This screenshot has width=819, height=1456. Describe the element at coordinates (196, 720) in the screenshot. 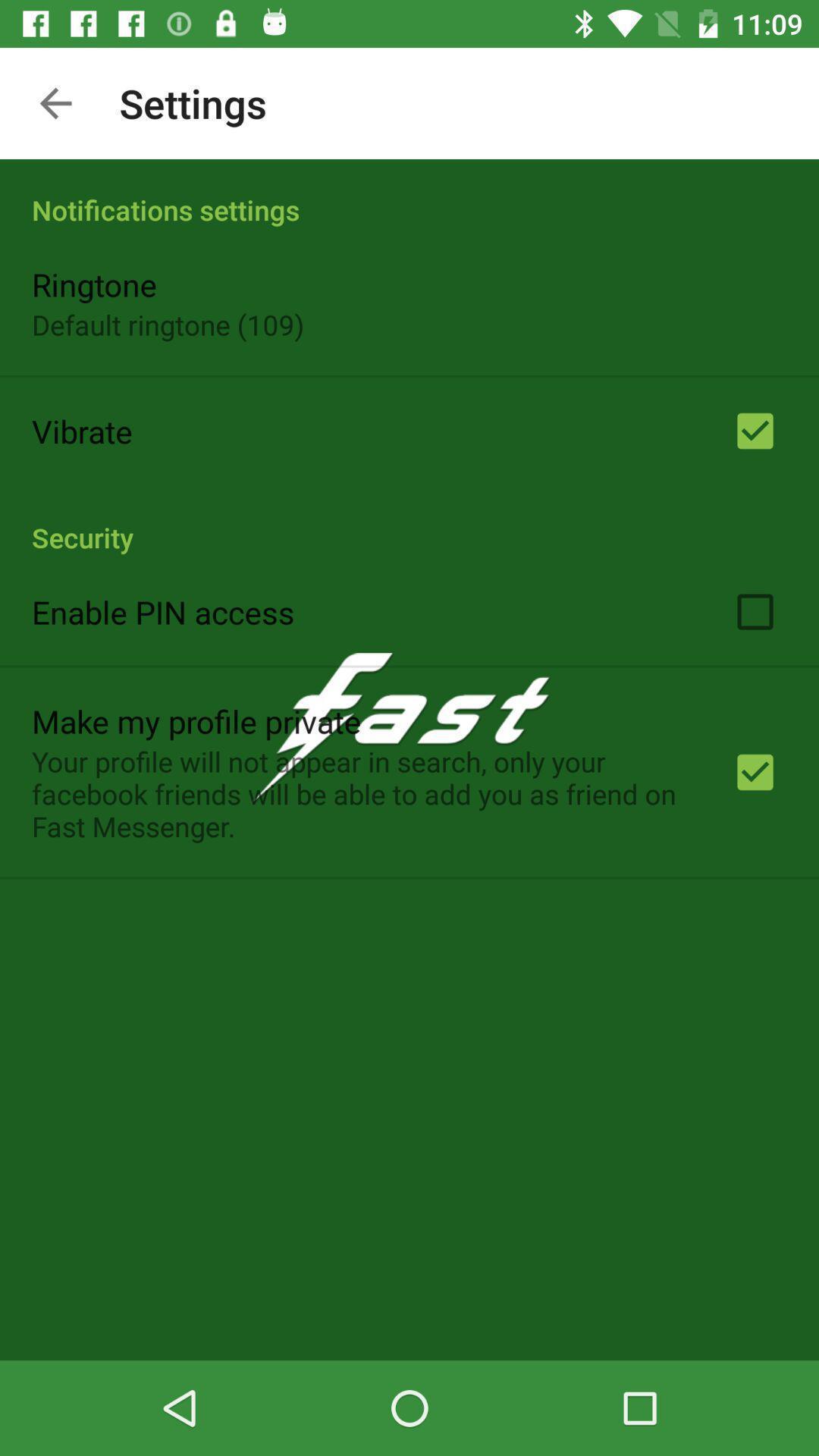

I see `the app below enable pin access item` at that location.